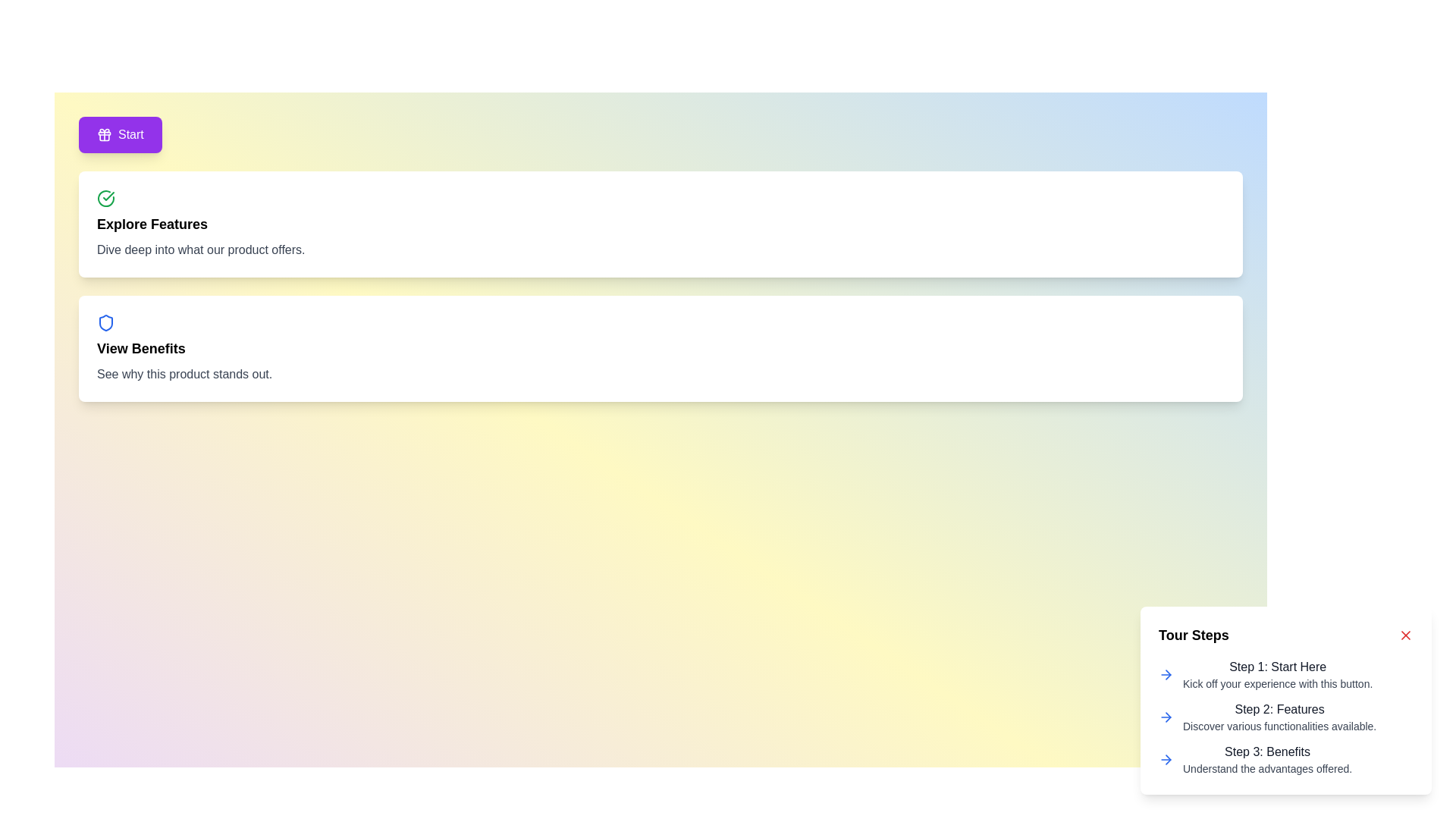  Describe the element at coordinates (105, 198) in the screenshot. I see `the confirmation icon located in the top-left area of the 'Explore Features' card to indicate completion of a task` at that location.